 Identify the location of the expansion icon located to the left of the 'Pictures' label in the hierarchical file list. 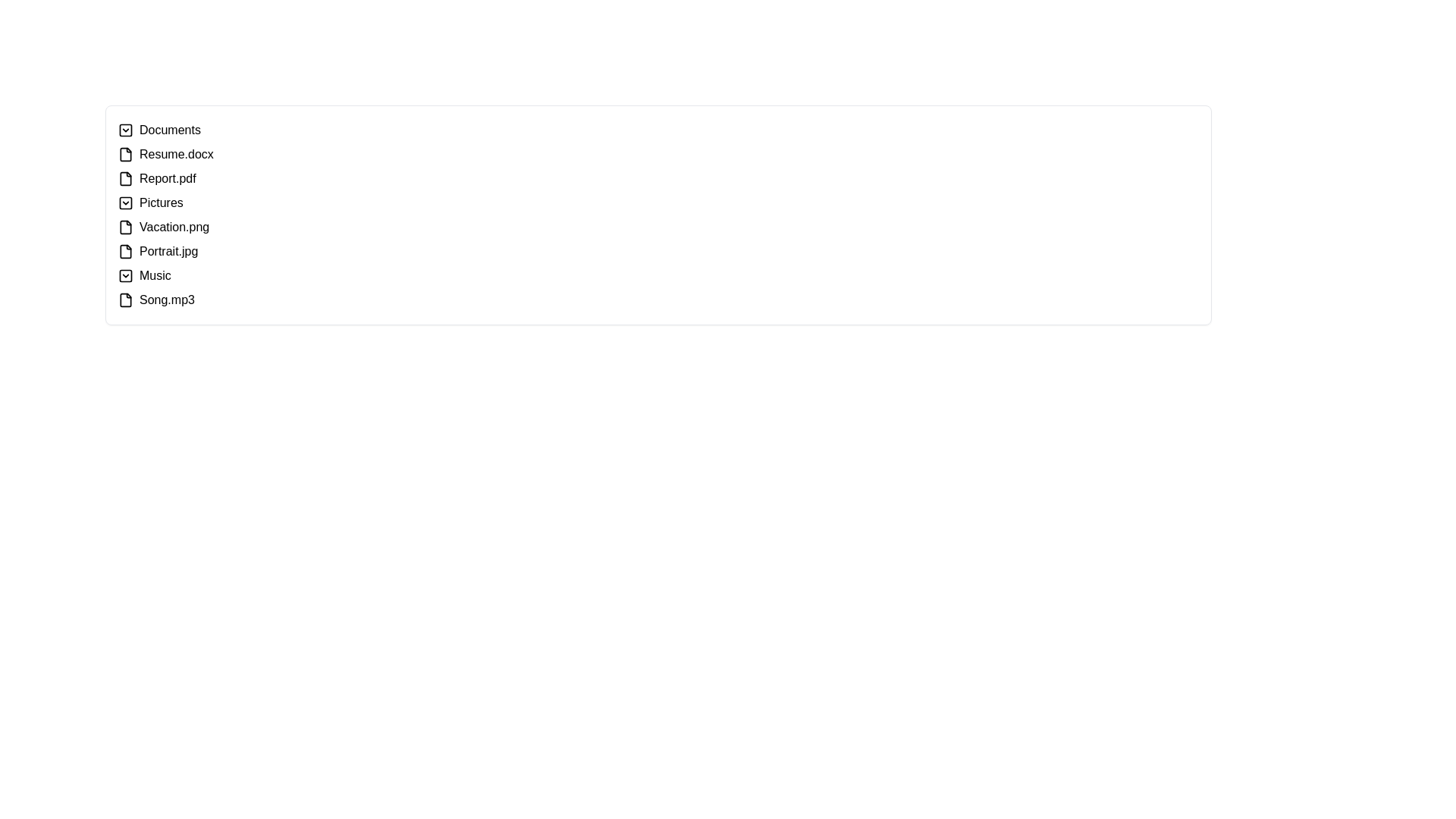
(126, 202).